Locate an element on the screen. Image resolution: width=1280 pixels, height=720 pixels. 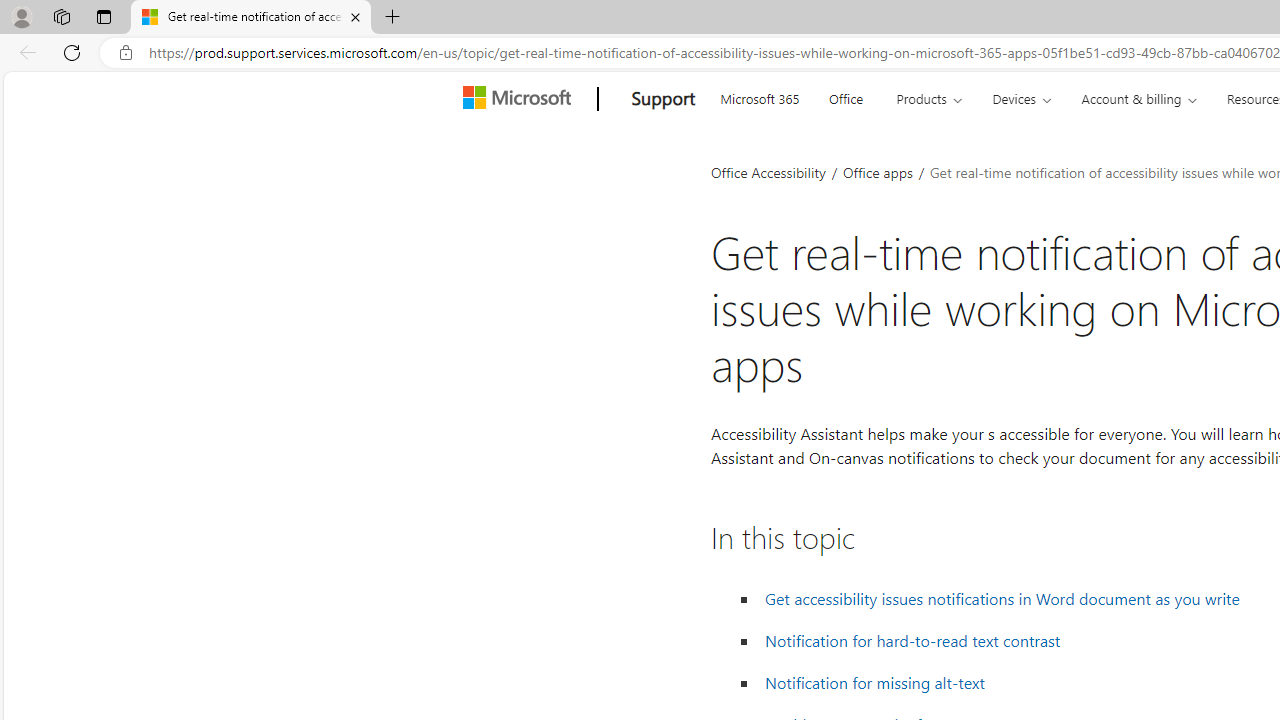
' Notification for missing alt-text' is located at coordinates (875, 681).